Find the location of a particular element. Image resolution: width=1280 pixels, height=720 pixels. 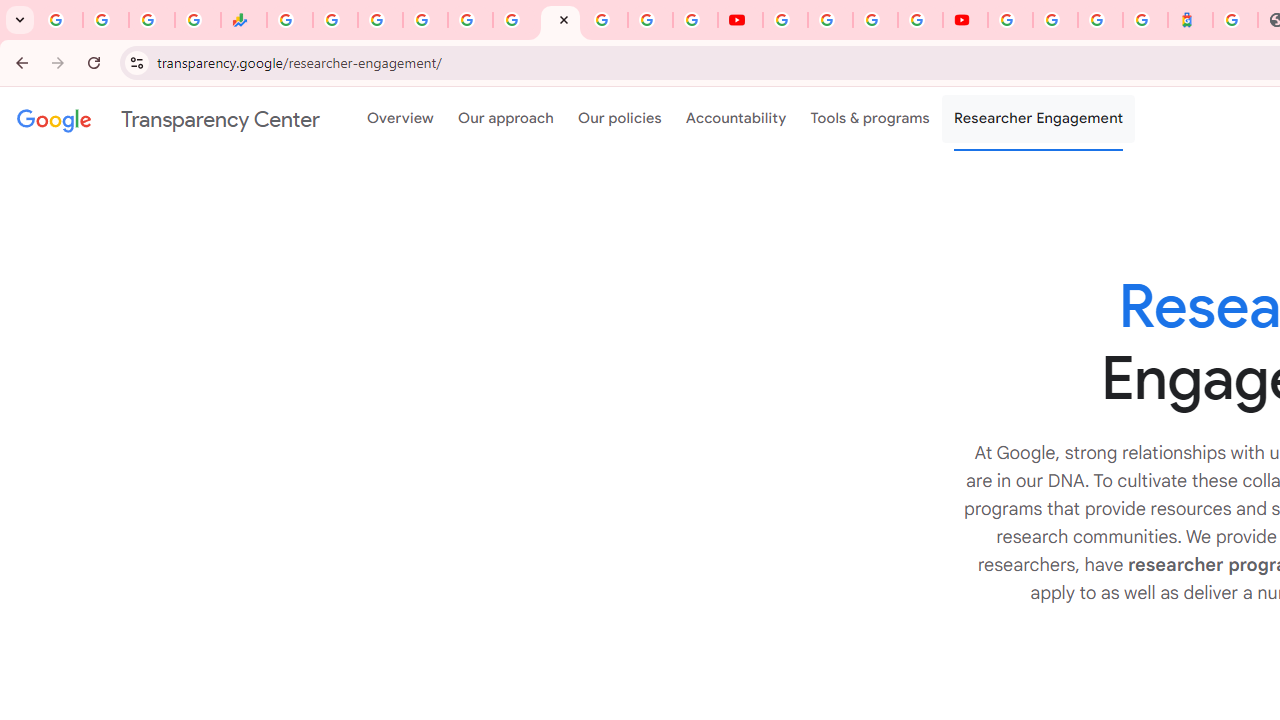

'Our policies' is located at coordinates (619, 119).